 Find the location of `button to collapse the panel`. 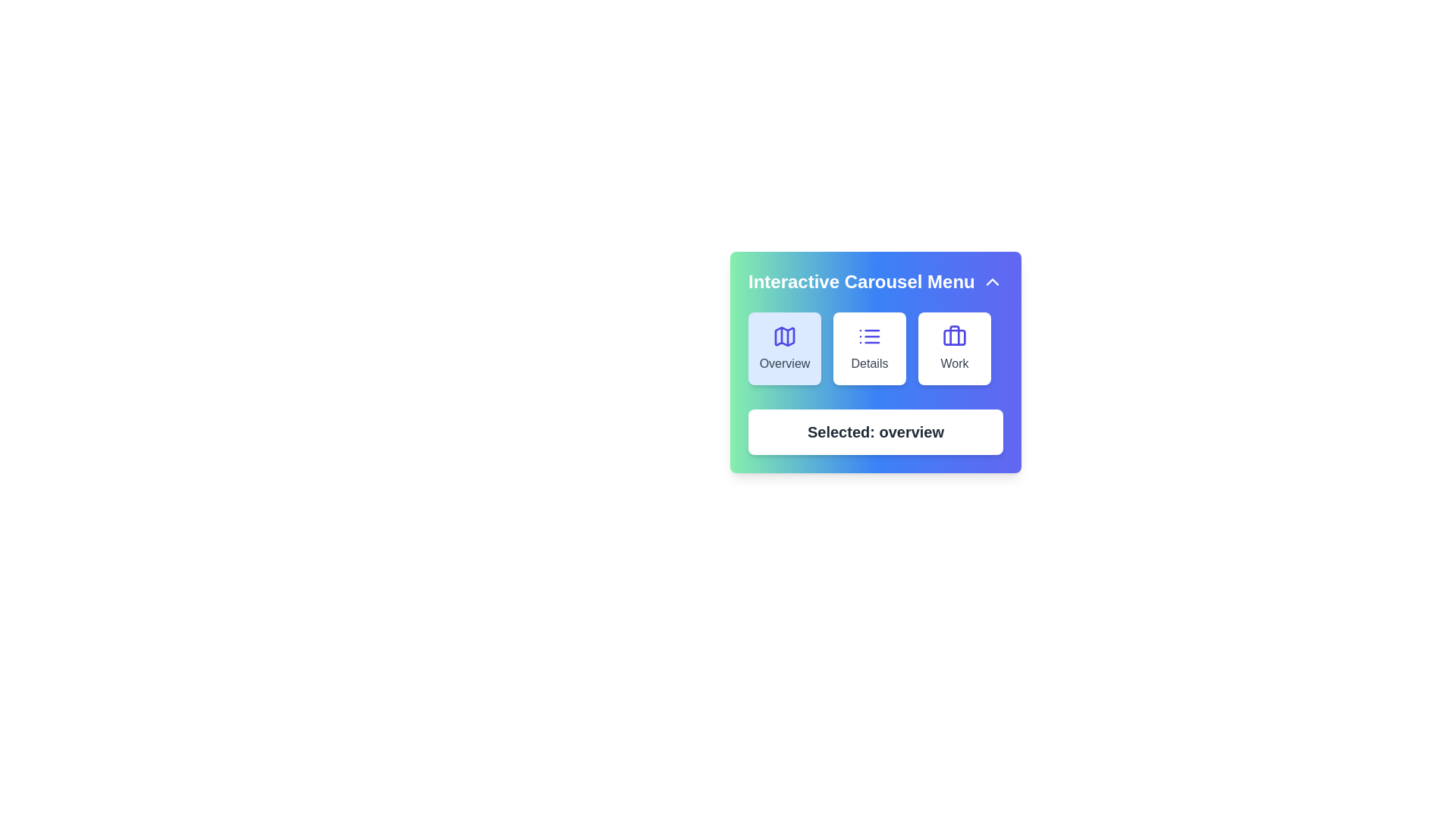

button to collapse the panel is located at coordinates (993, 281).